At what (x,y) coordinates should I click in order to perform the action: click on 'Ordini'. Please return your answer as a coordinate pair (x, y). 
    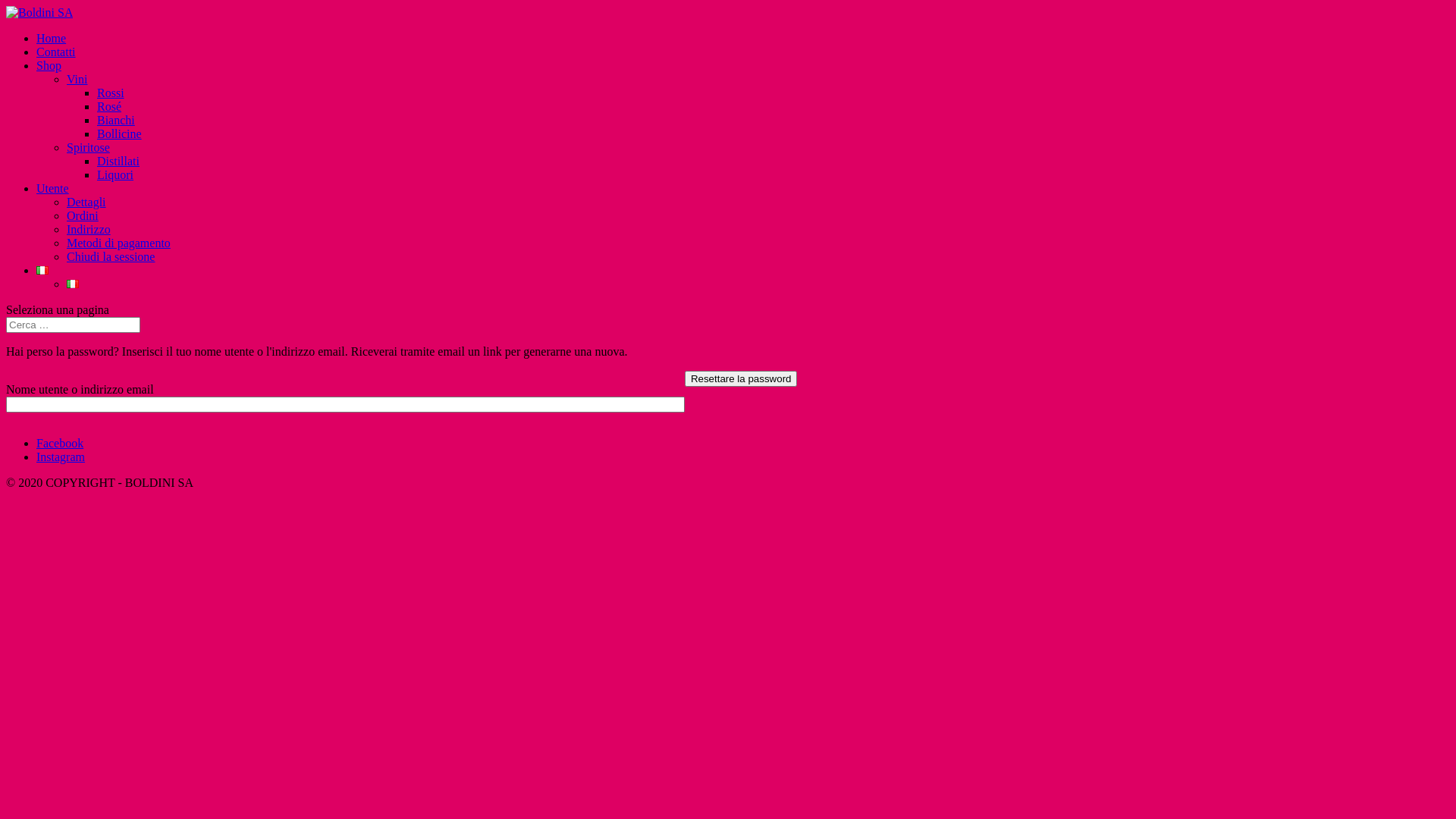
    Looking at the image, I should click on (82, 215).